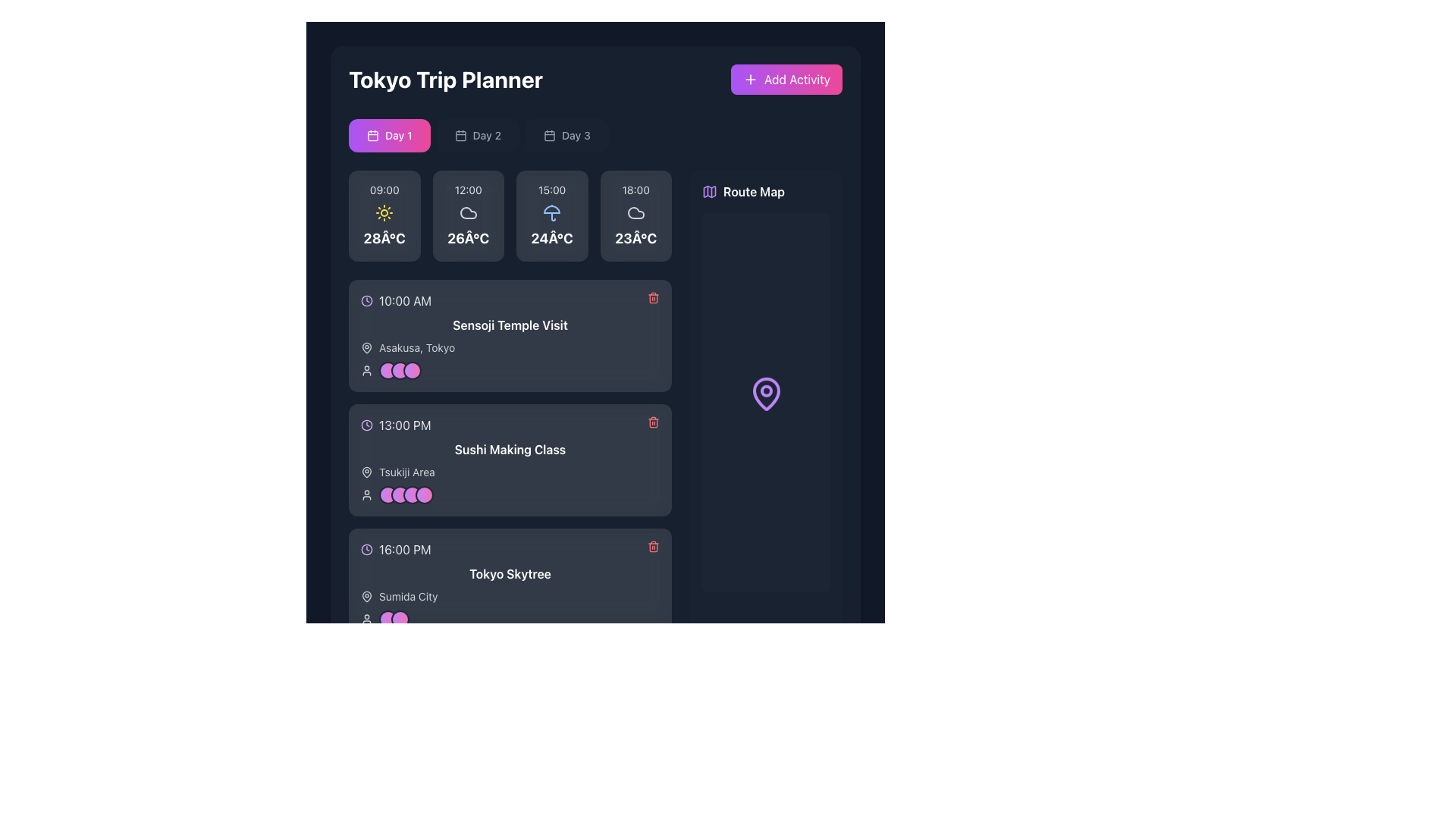  I want to click on the trash bin icon button, which is styled in red and located on the far right of the row displaying '10:00 AM', to observe its visual feedback, so click(654, 298).